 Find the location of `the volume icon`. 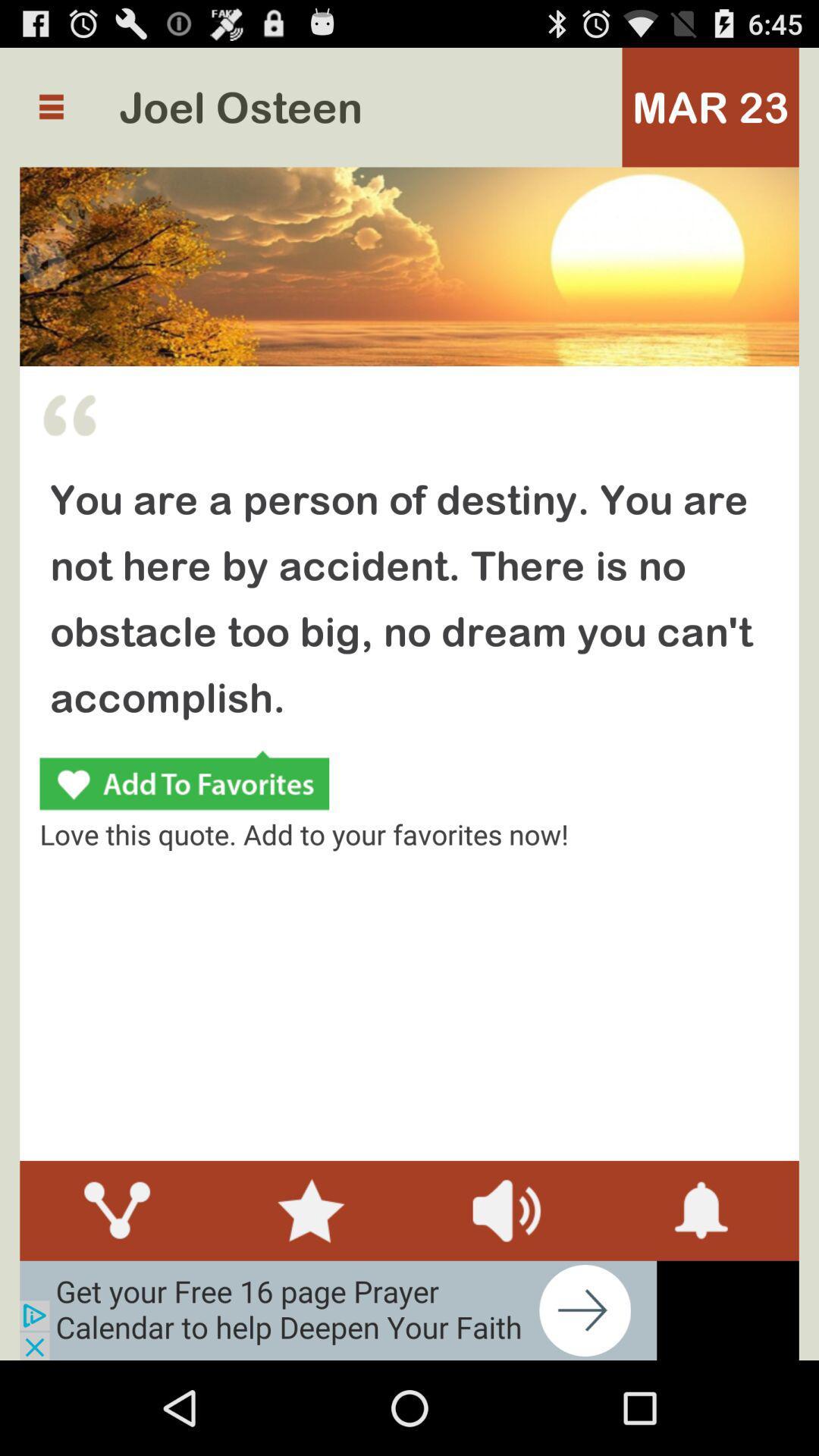

the volume icon is located at coordinates (506, 1294).